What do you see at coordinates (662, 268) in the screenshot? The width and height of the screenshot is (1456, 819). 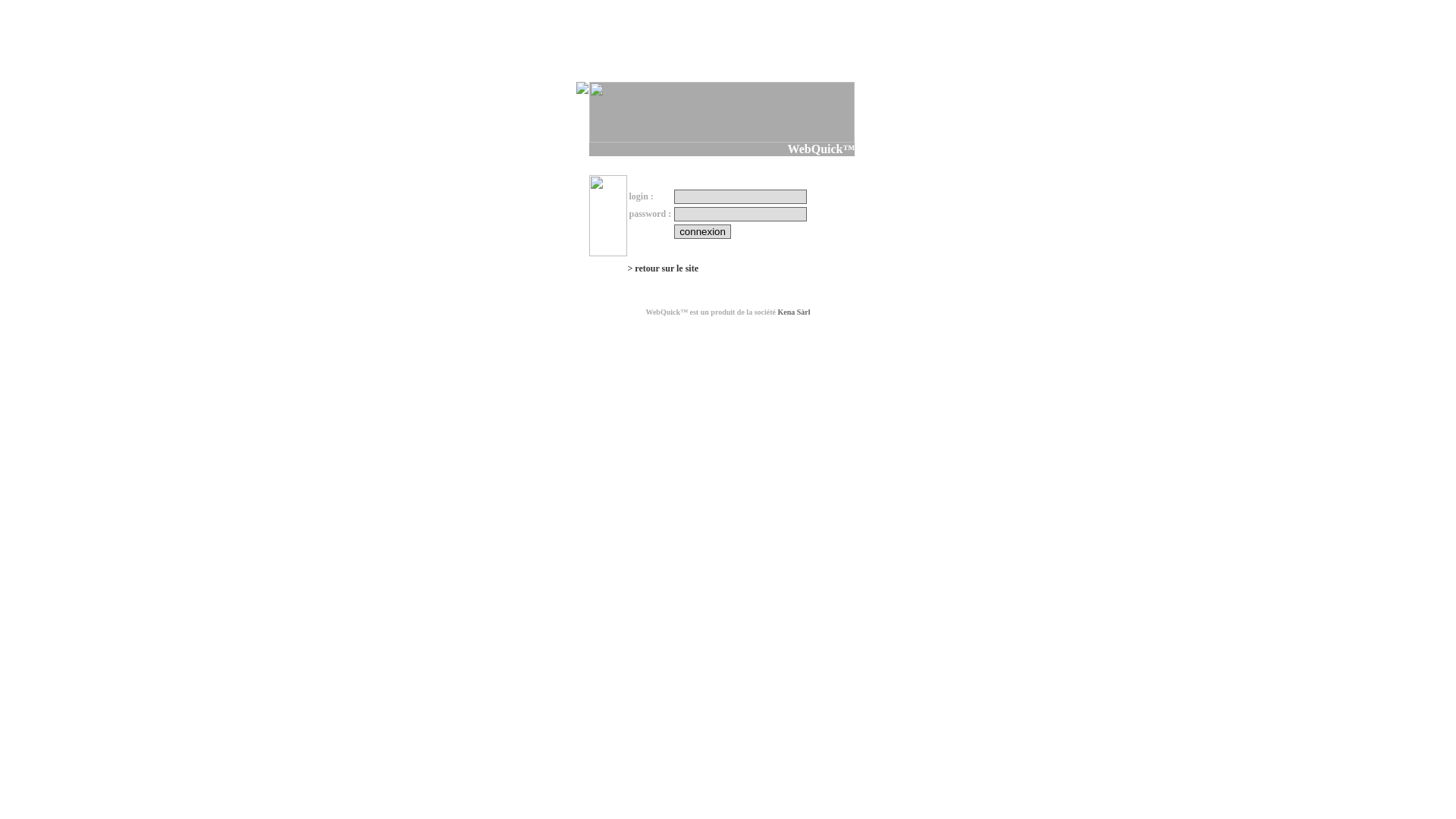 I see `'> retour sur le site'` at bounding box center [662, 268].